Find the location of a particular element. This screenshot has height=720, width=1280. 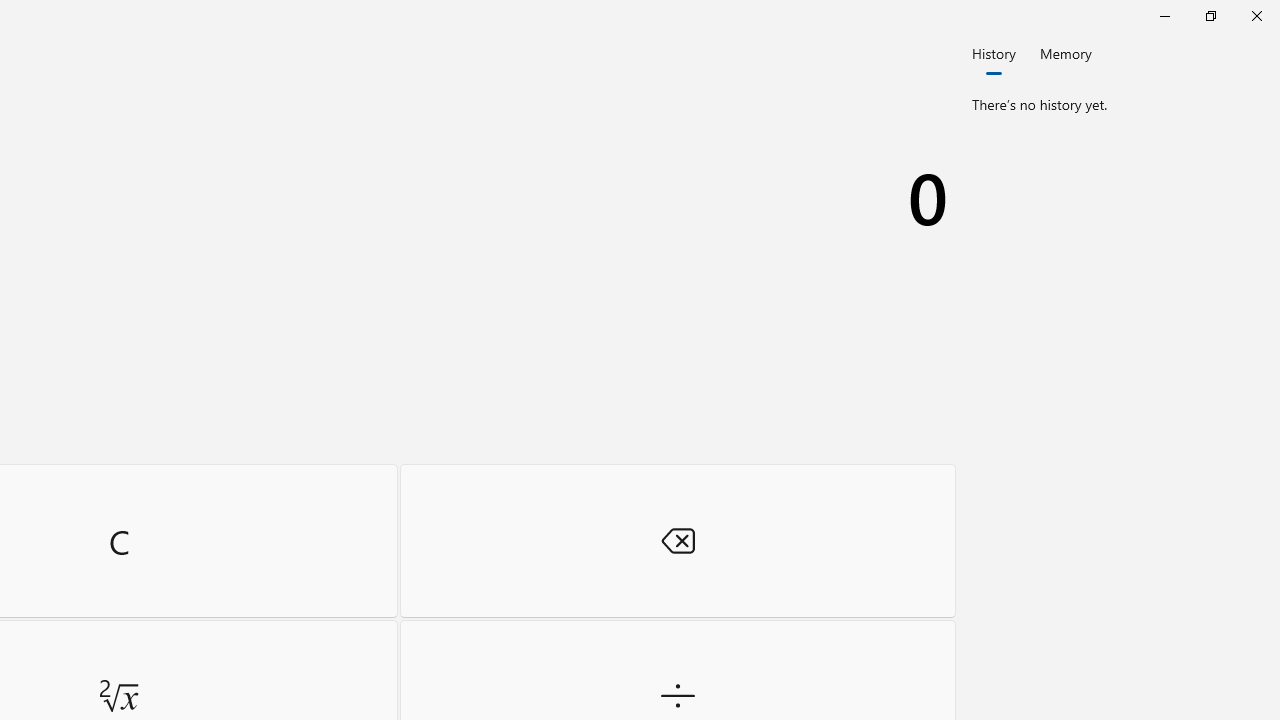

'Minimize Calculator' is located at coordinates (1164, 15).